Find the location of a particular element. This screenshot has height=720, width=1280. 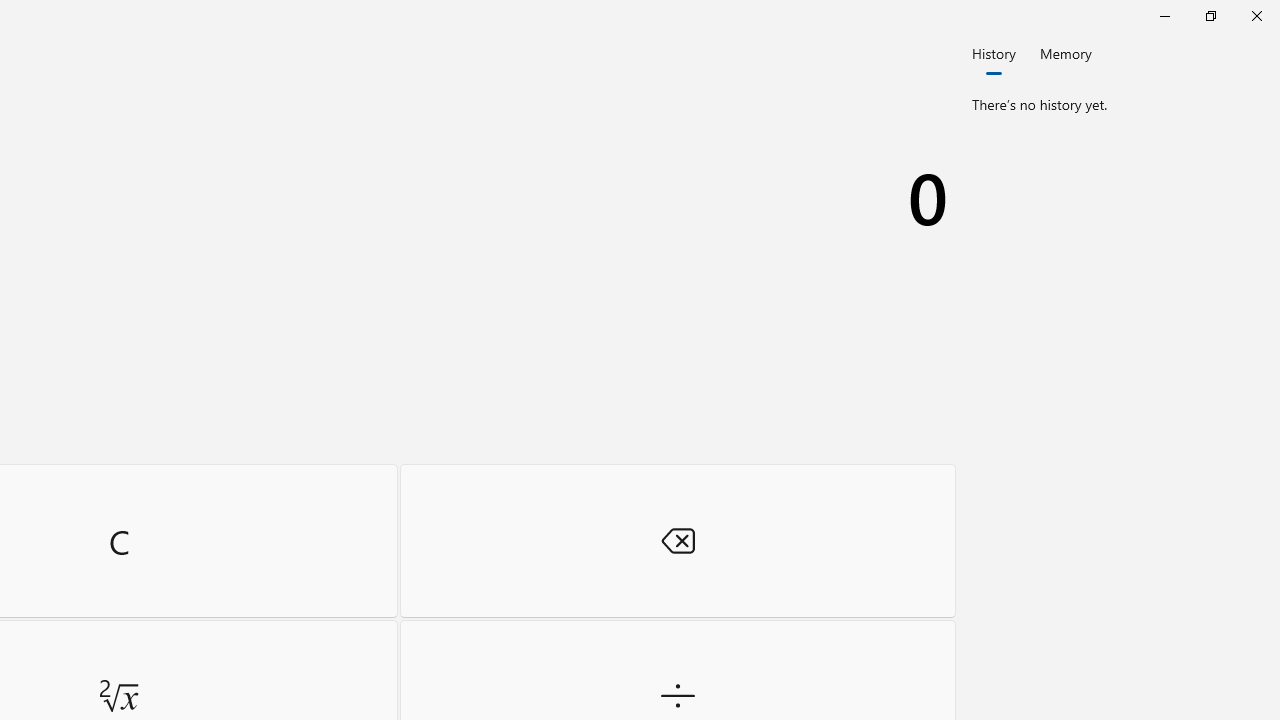

'Minimize Calculator' is located at coordinates (1164, 15).